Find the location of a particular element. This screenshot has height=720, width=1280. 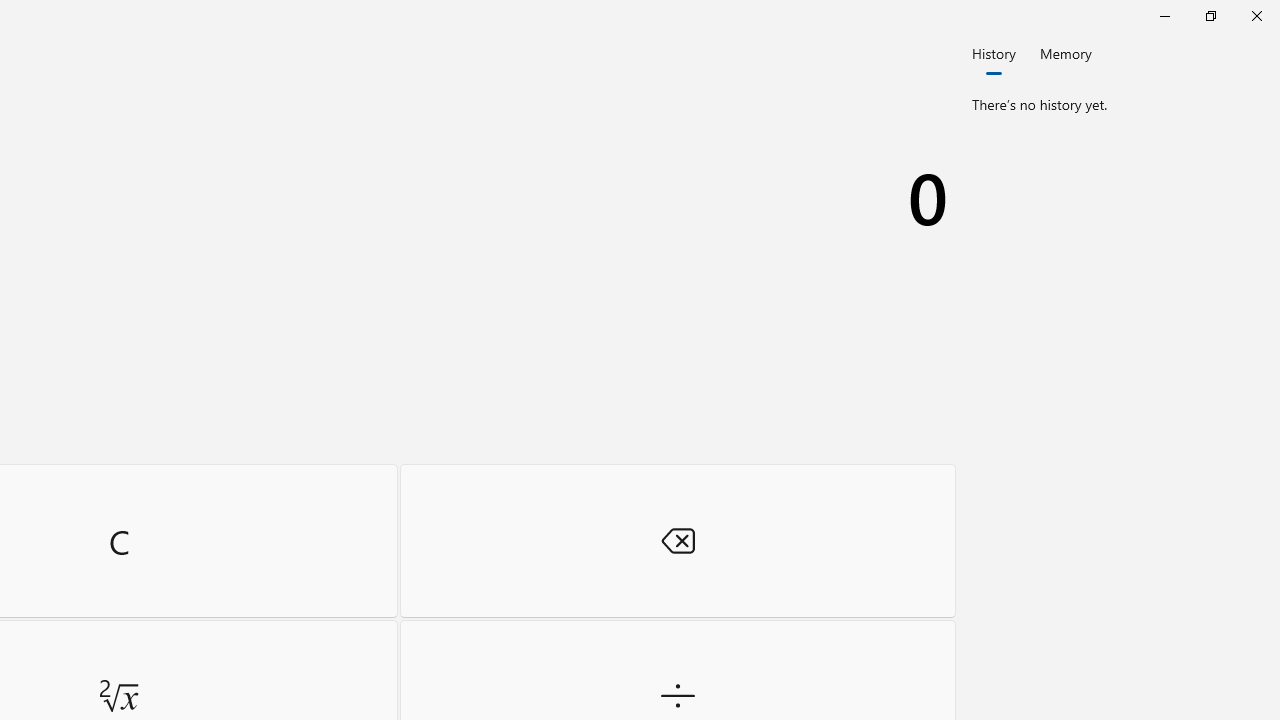

'Minimize Calculator' is located at coordinates (1164, 15).